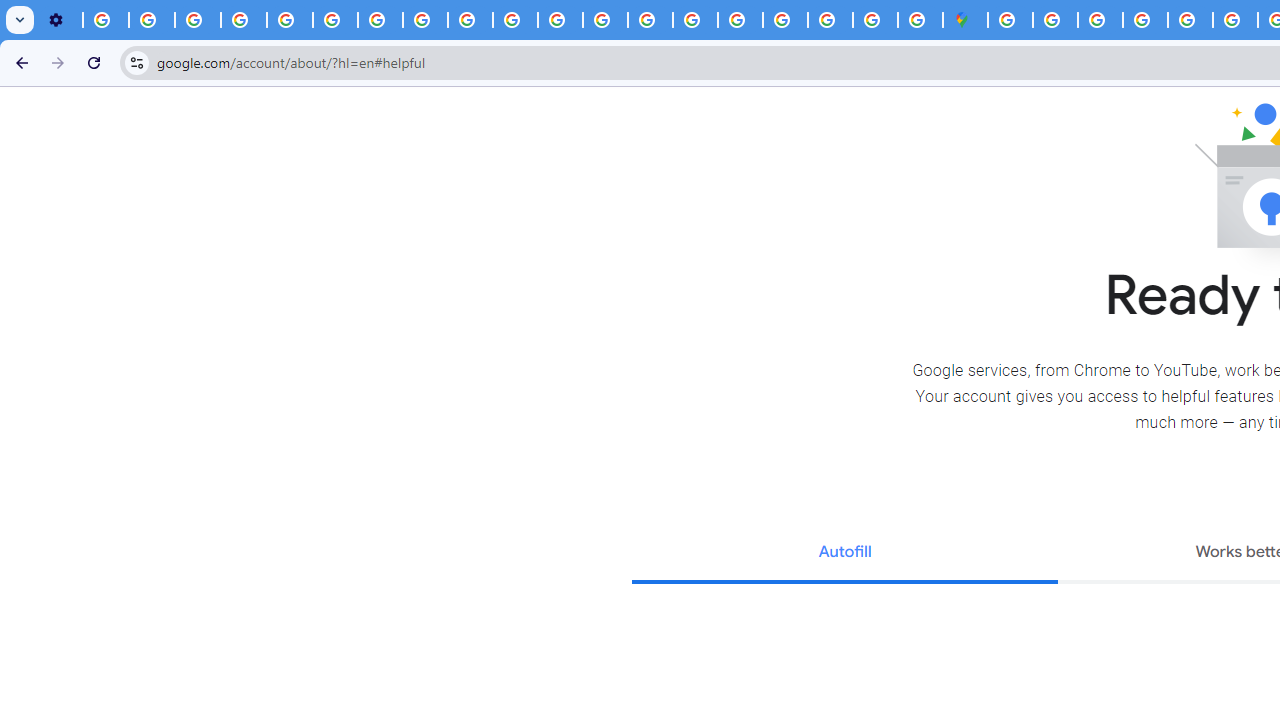 The width and height of the screenshot is (1280, 720). Describe the element at coordinates (60, 20) in the screenshot. I see `'Settings - Customize profile'` at that location.